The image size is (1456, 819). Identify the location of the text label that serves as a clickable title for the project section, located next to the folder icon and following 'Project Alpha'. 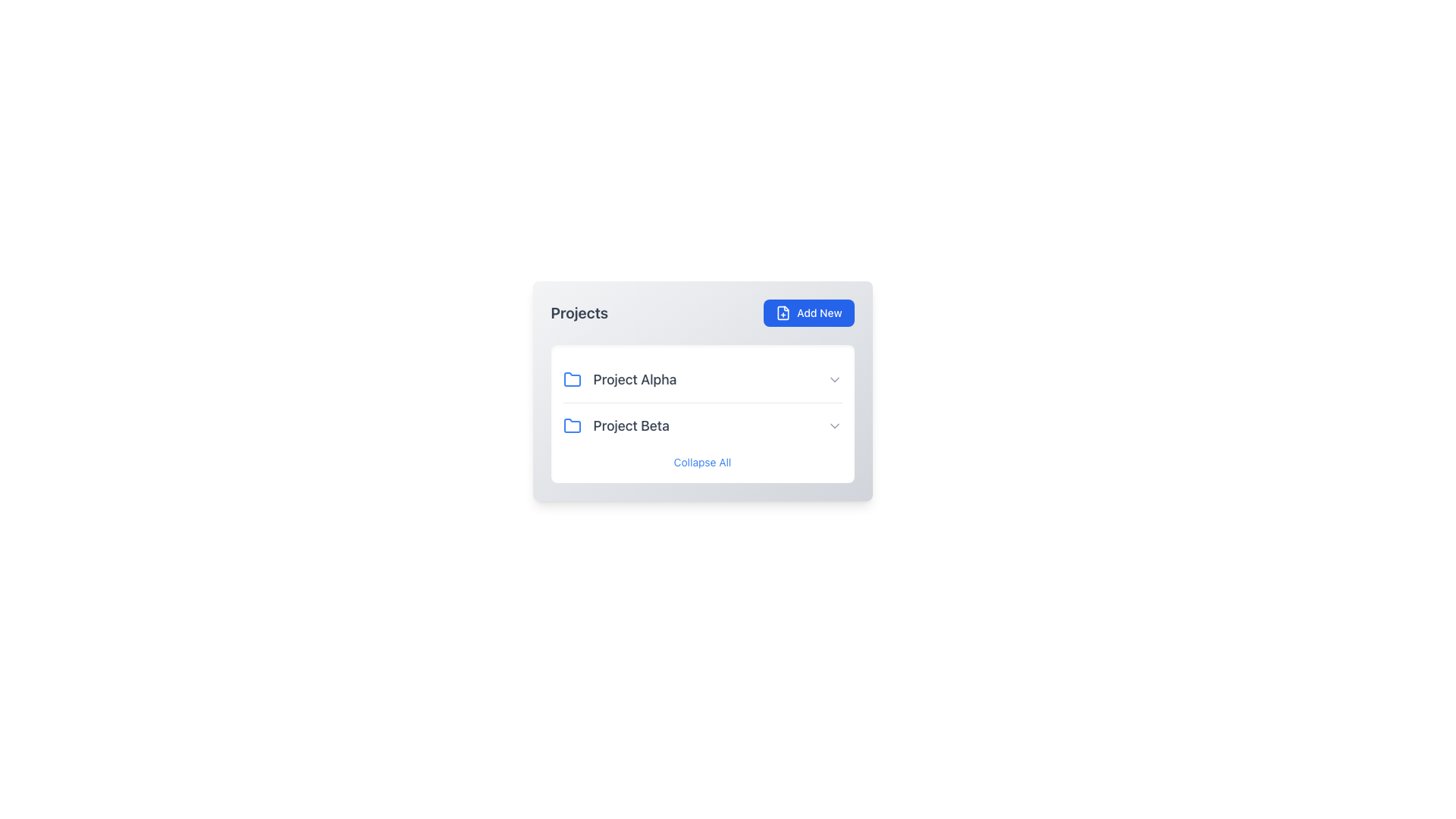
(616, 426).